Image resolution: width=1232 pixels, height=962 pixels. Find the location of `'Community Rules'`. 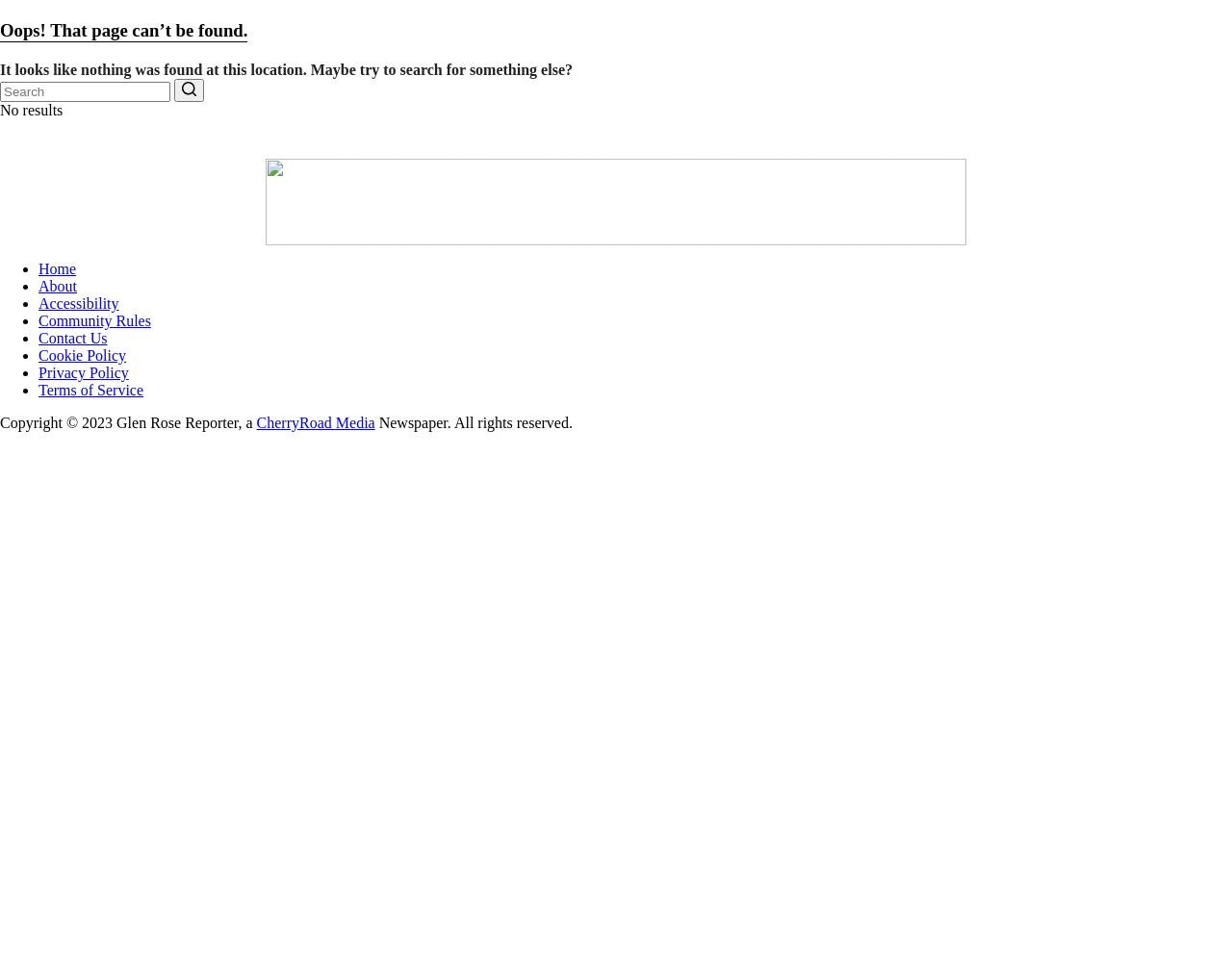

'Community Rules' is located at coordinates (93, 318).